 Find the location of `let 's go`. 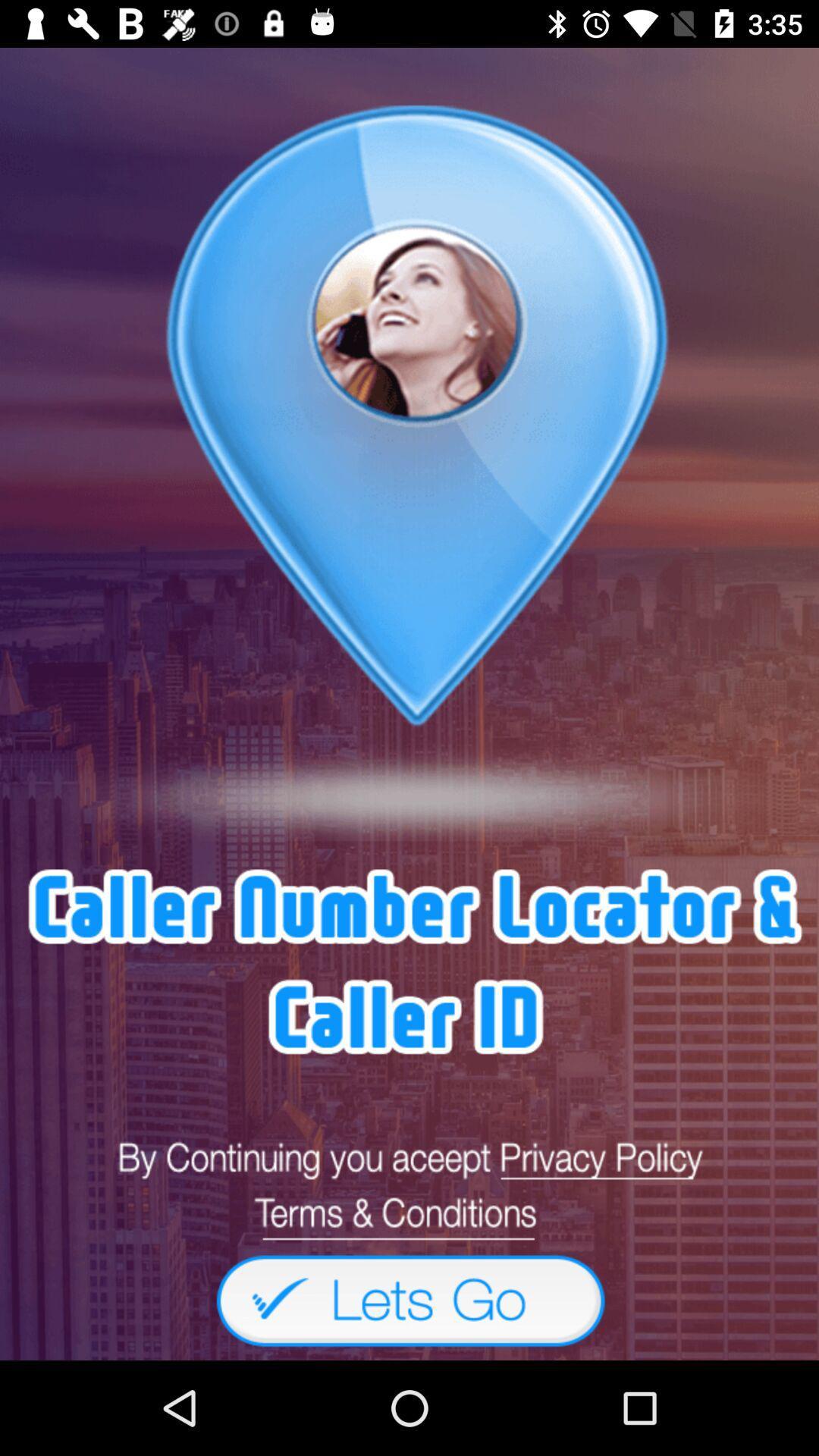

let 's go is located at coordinates (409, 1299).